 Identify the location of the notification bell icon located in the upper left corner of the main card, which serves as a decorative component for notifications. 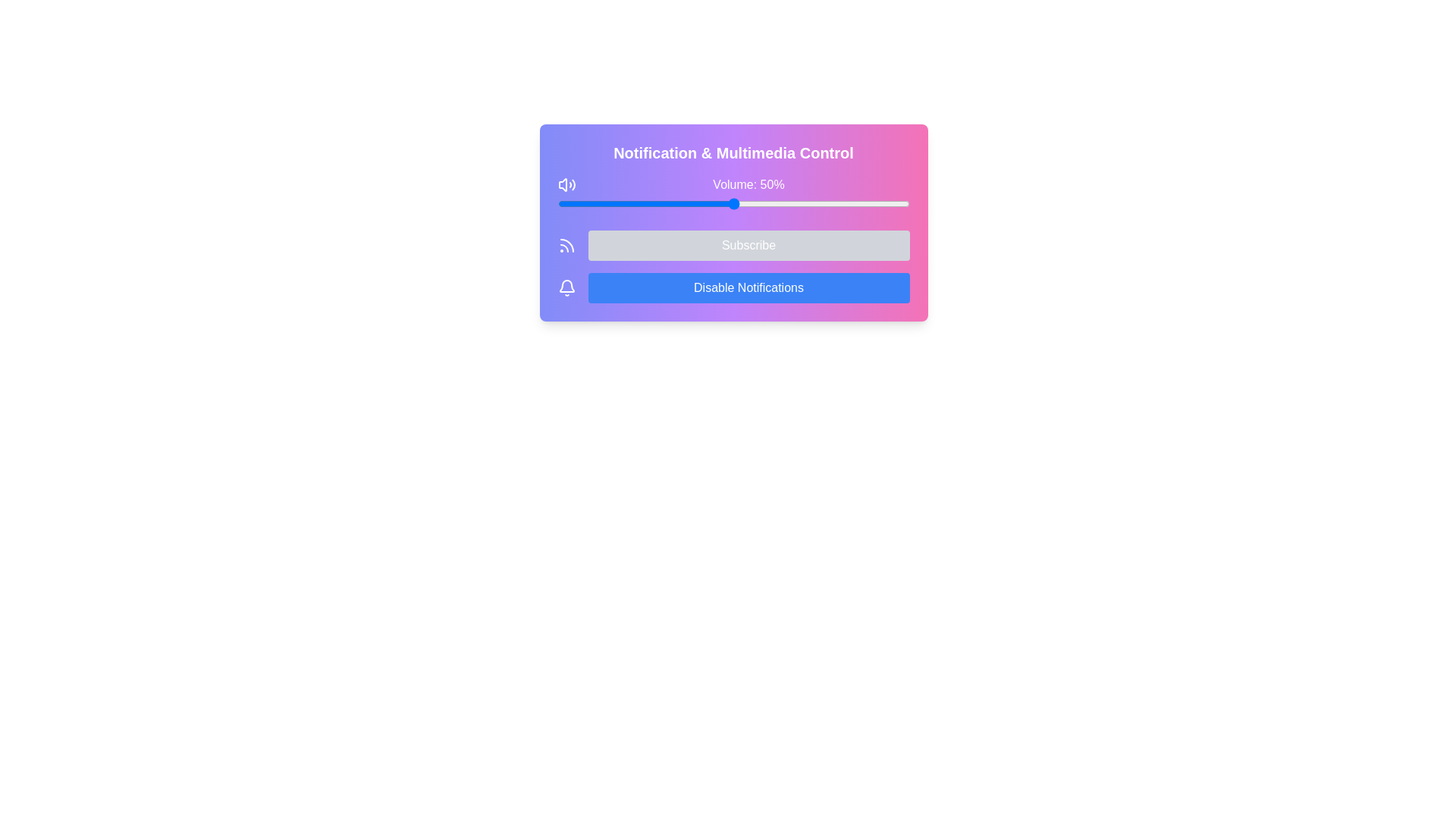
(566, 286).